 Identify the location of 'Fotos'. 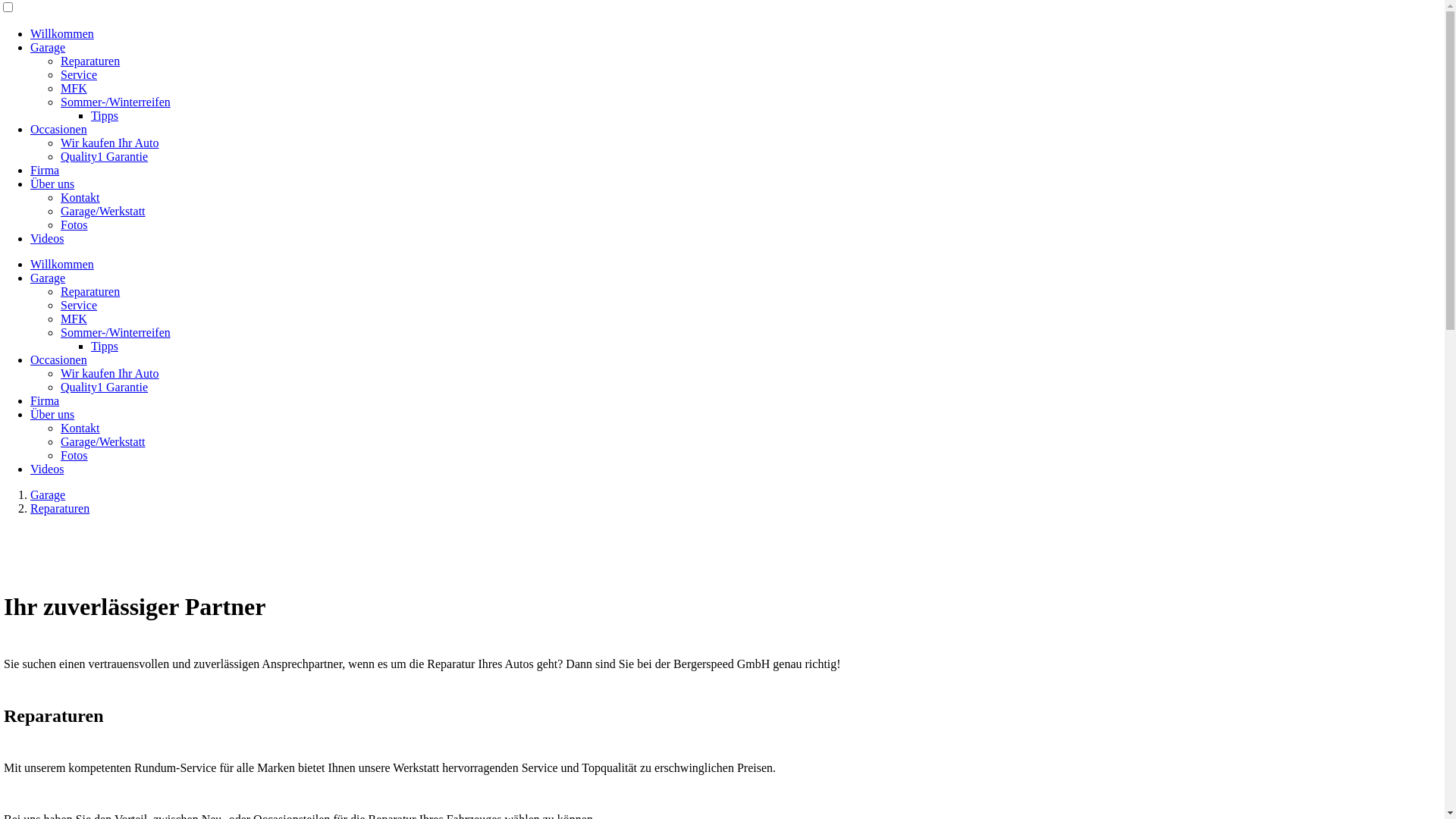
(73, 224).